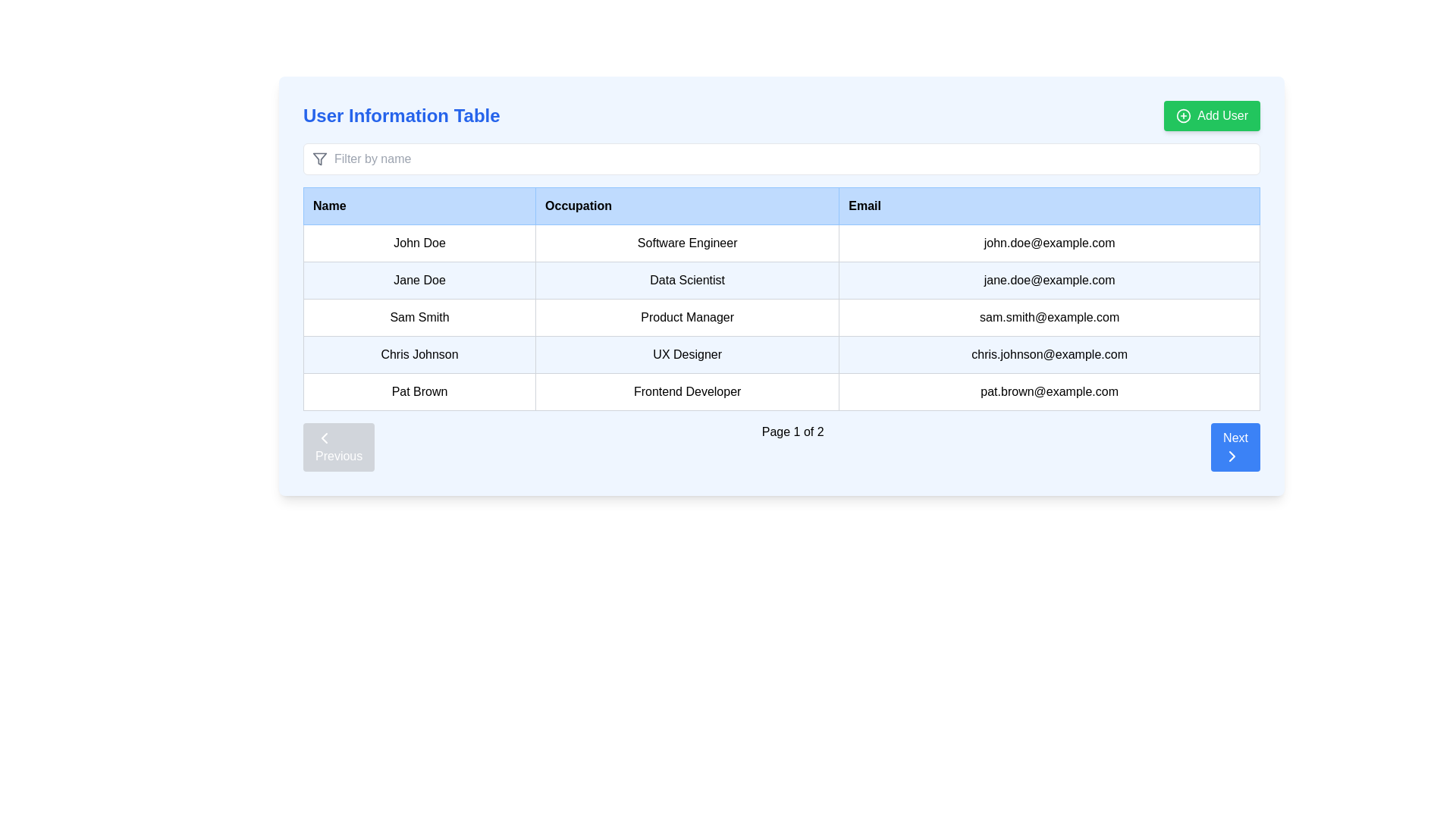 The height and width of the screenshot is (819, 1456). What do you see at coordinates (686, 242) in the screenshot?
I see `the text label displaying the job title of John Doe in the second column of the first row of the table under the 'Occupation' header` at bounding box center [686, 242].